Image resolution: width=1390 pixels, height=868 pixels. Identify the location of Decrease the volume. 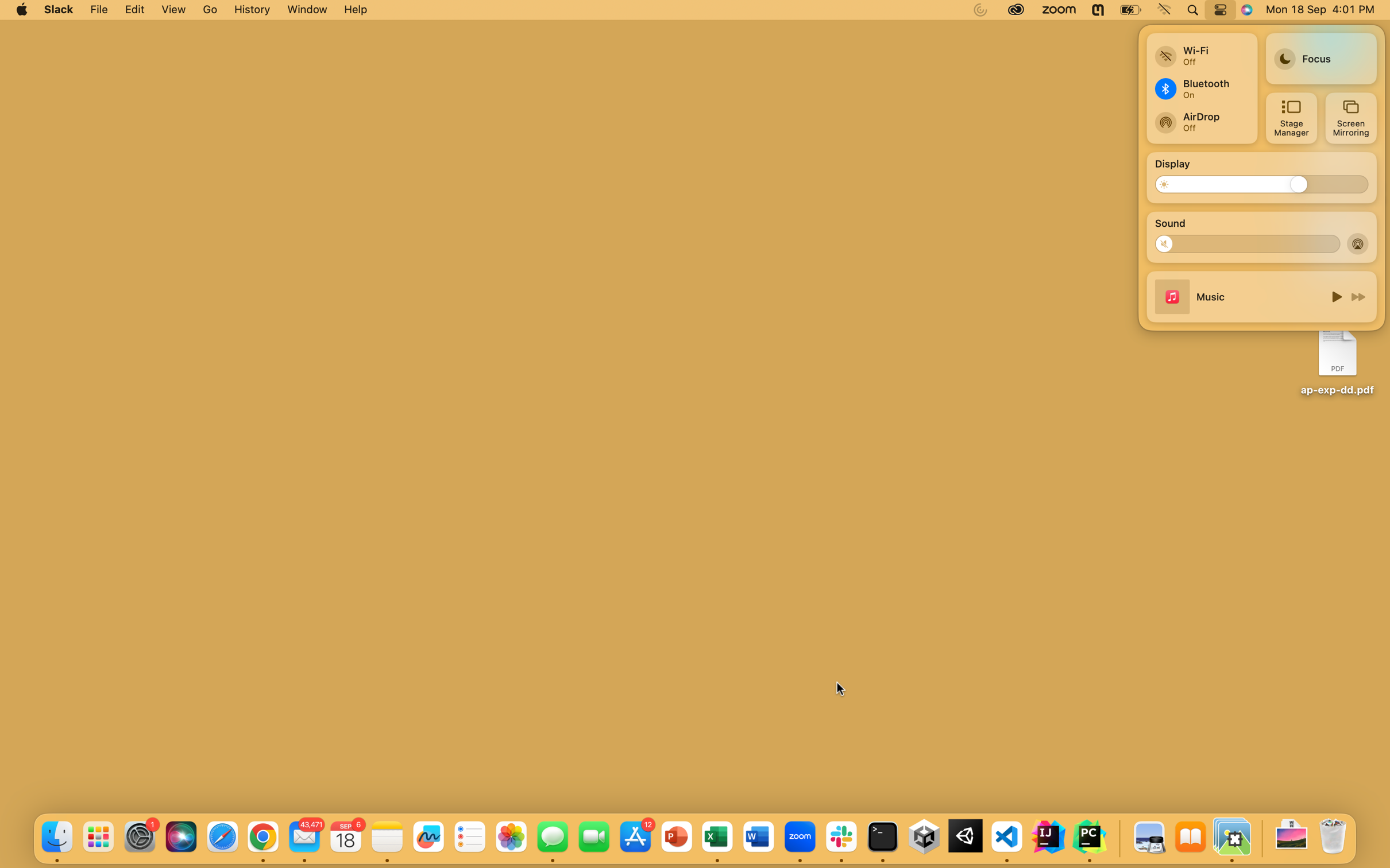
(1169, 243).